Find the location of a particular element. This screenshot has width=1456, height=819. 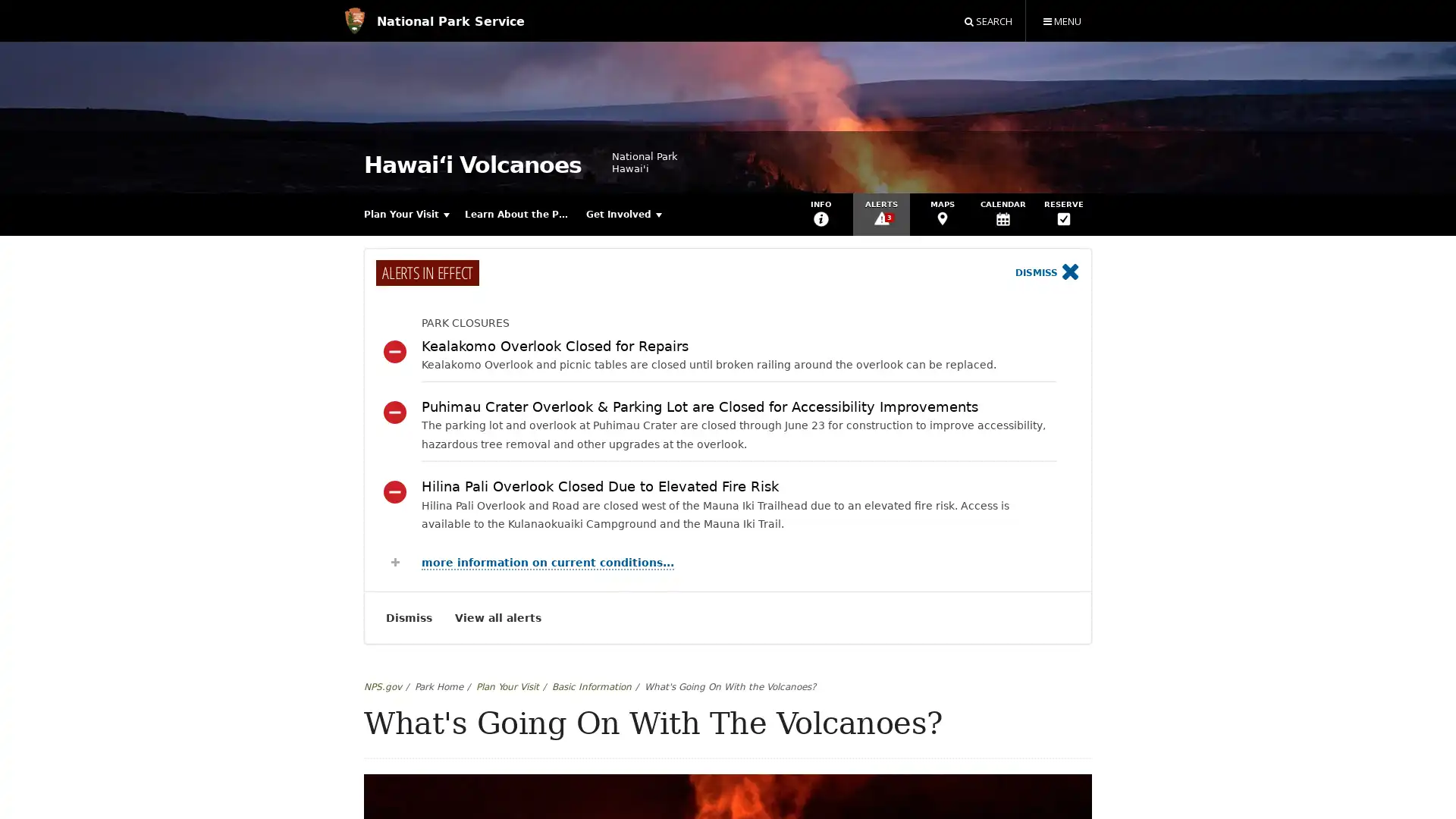

Dismiss Alerts Notification is located at coordinates (409, 617).